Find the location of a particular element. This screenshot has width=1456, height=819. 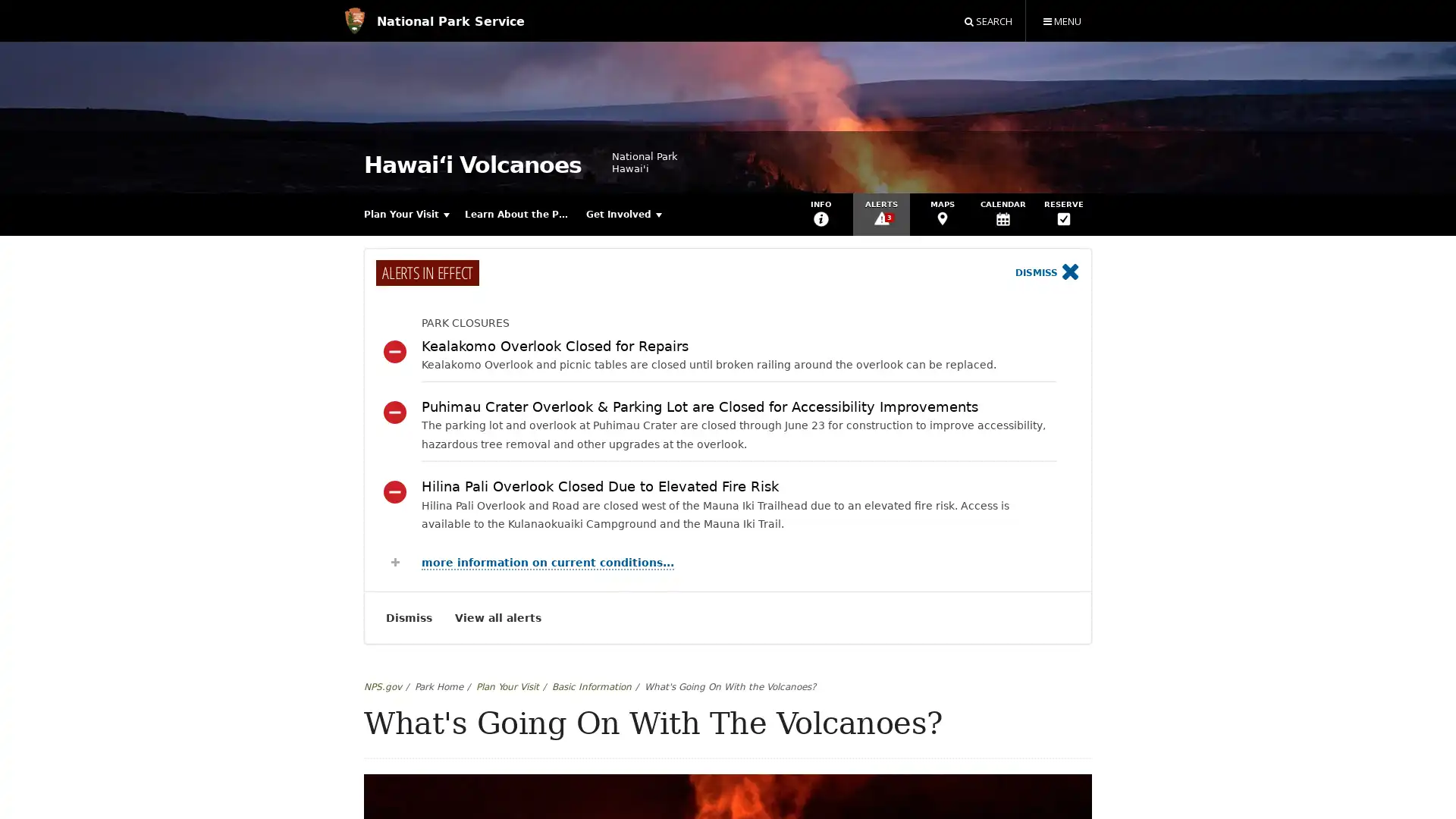

Dismiss Alerts Notification is located at coordinates (409, 617).